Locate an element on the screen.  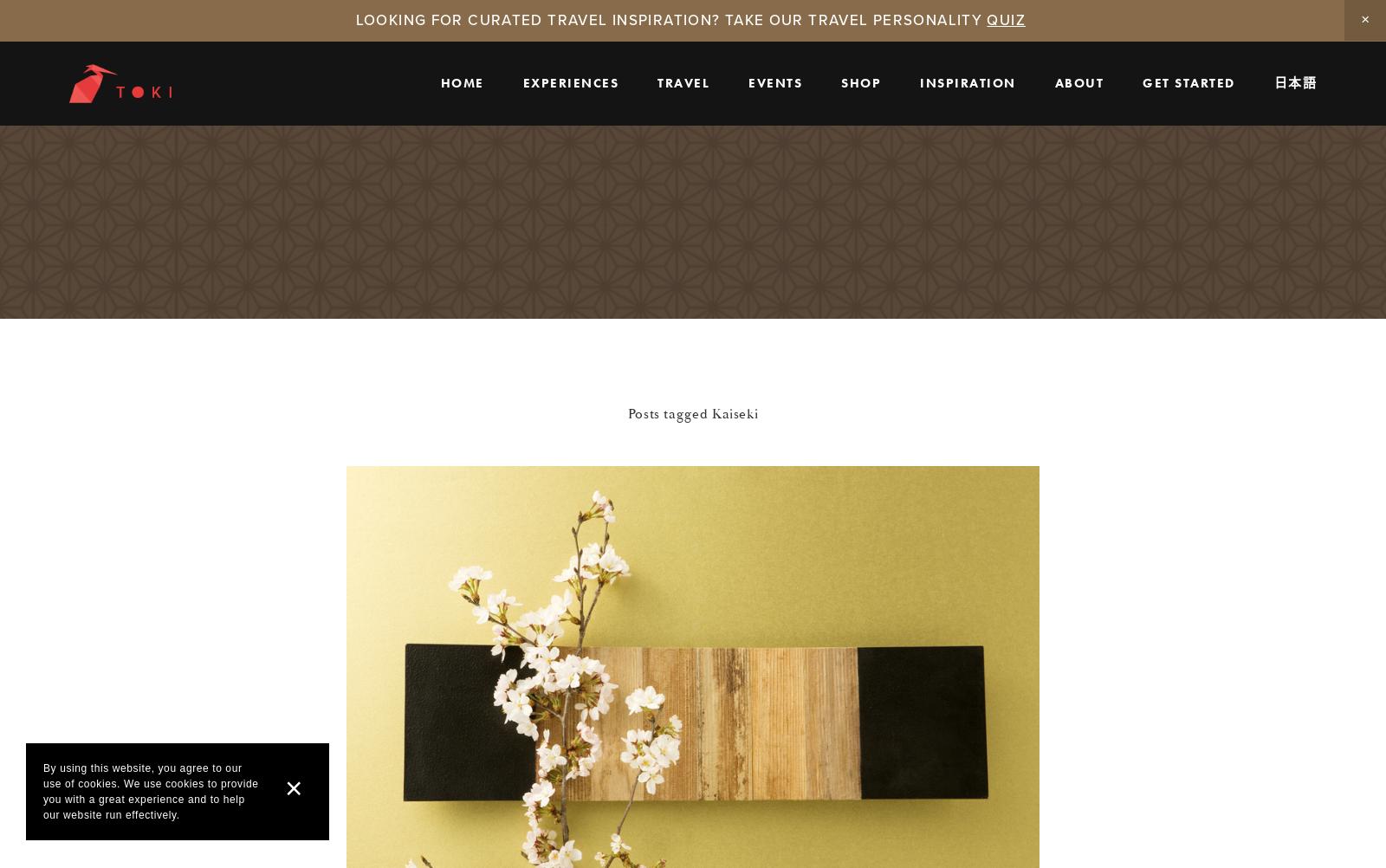
'about' is located at coordinates (1078, 81).